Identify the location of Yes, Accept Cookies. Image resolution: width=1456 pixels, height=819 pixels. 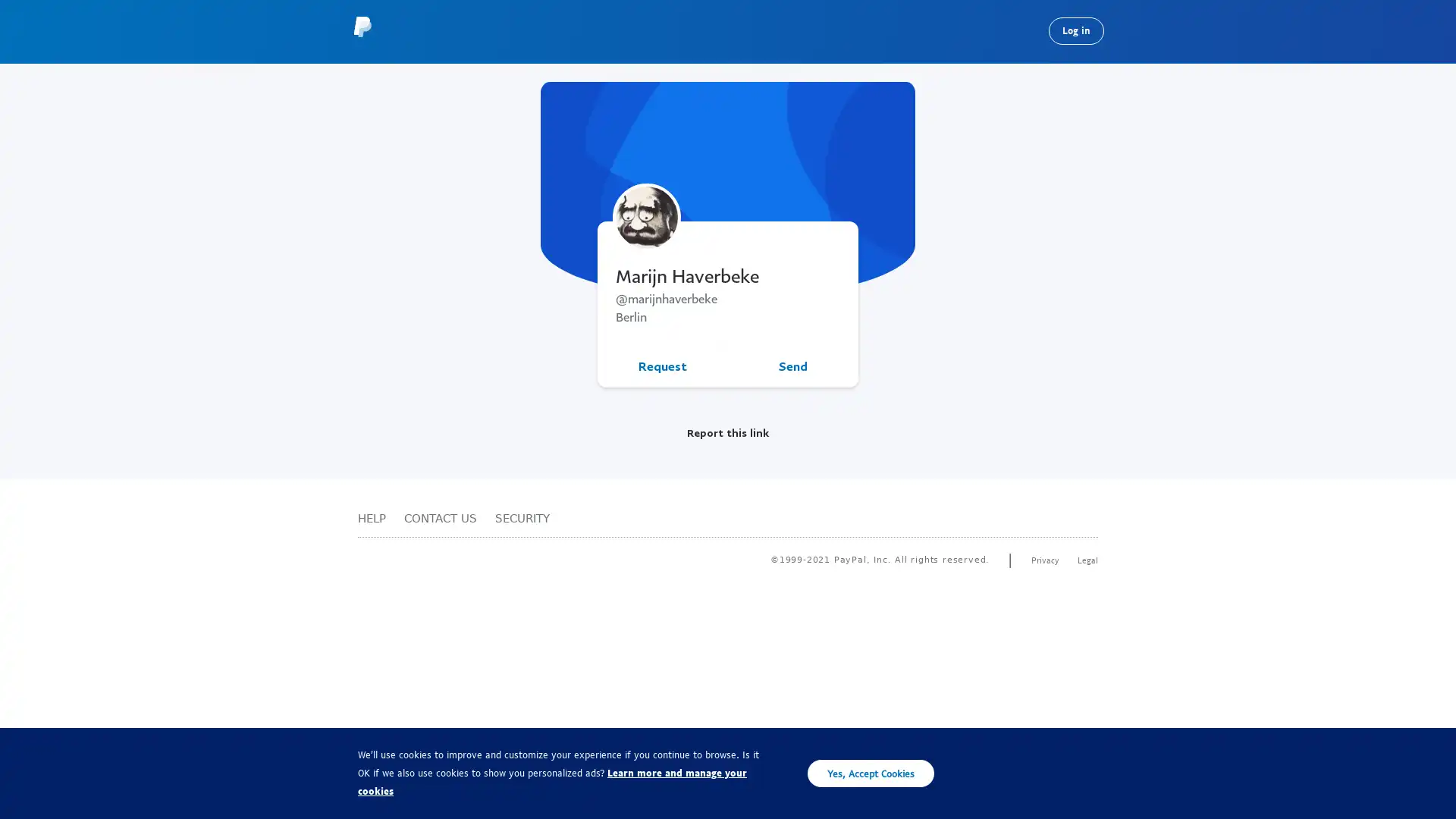
(871, 773).